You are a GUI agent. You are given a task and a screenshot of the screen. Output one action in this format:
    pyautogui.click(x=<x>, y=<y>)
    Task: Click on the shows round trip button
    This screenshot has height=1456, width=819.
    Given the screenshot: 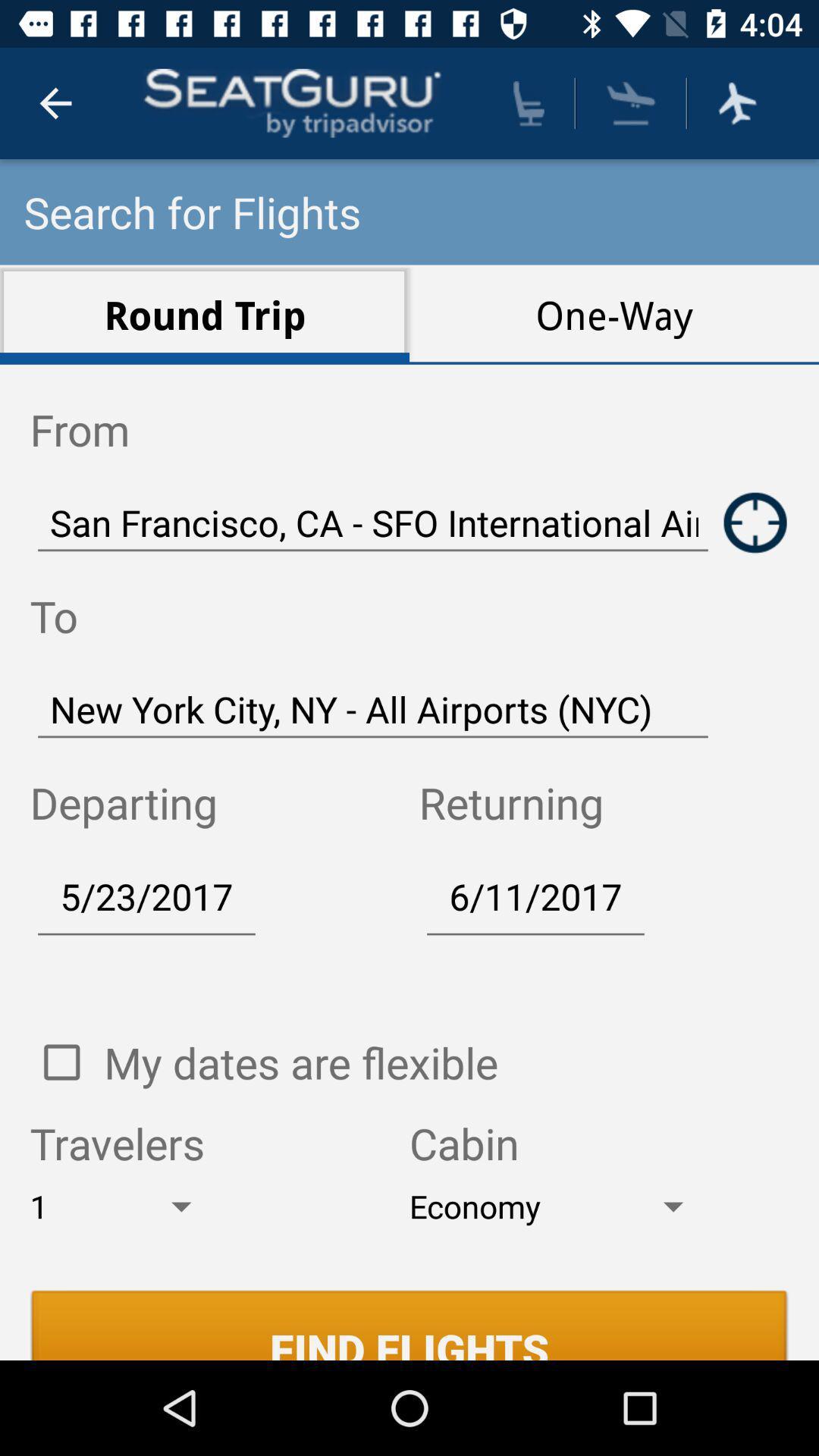 What is the action you would take?
    pyautogui.click(x=755, y=522)
    